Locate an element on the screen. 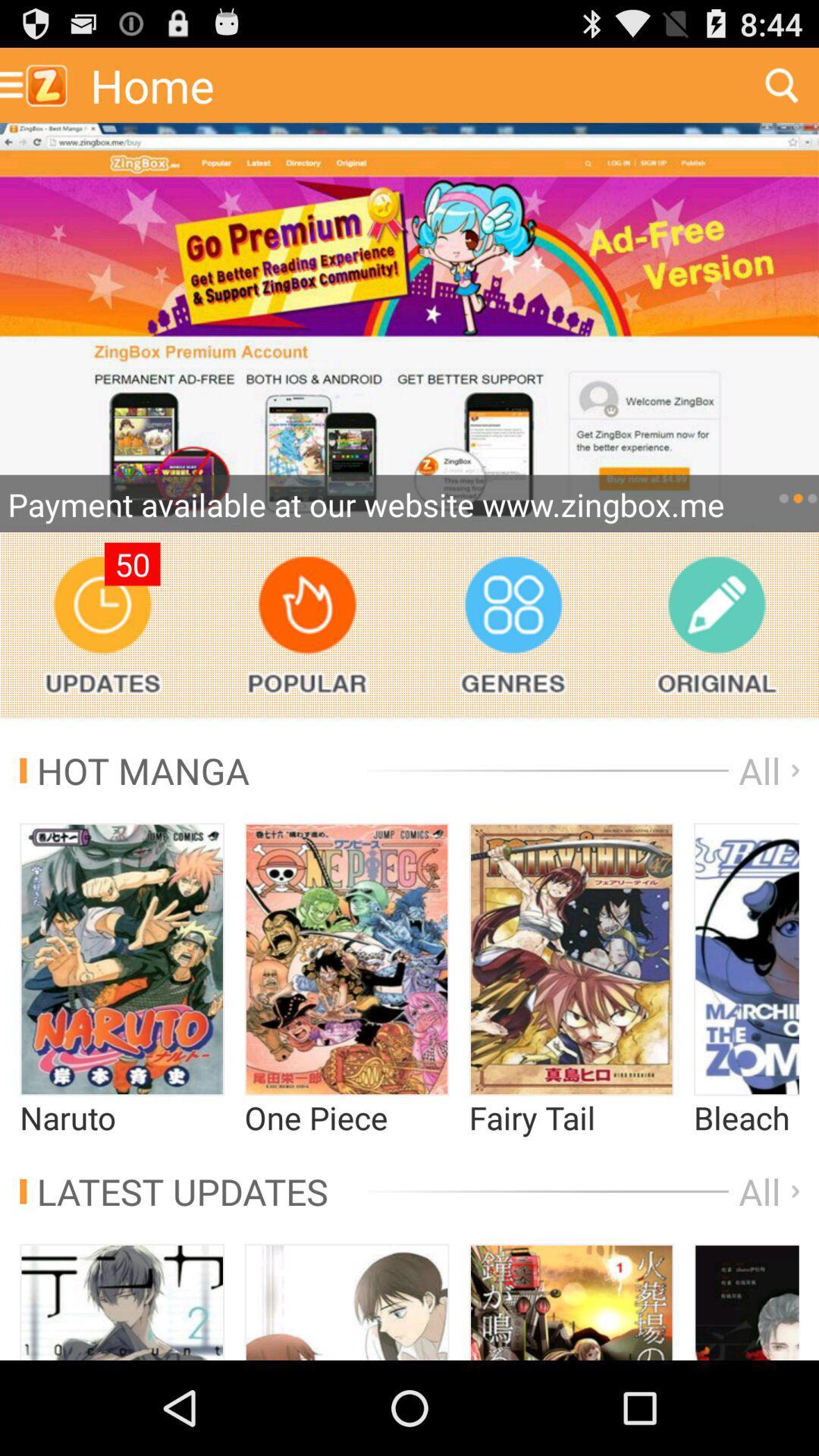 Image resolution: width=819 pixels, height=1456 pixels. see details about this one is located at coordinates (745, 1301).